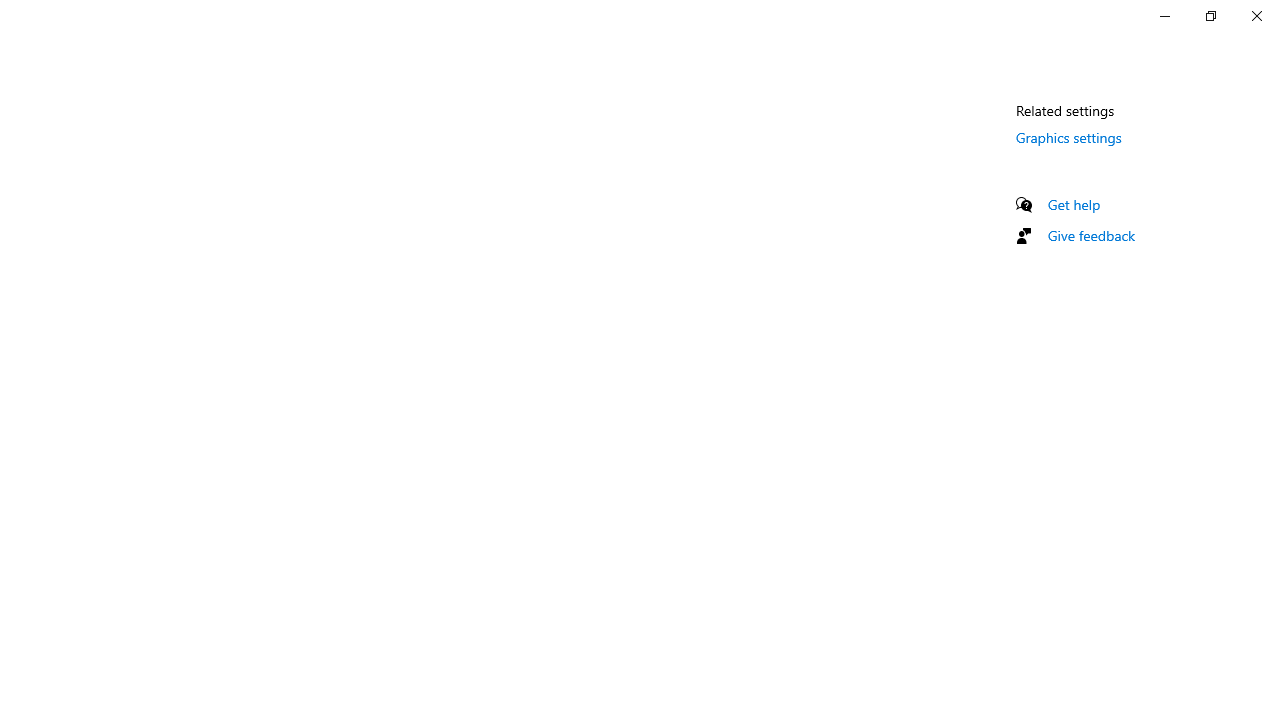 This screenshot has height=720, width=1280. I want to click on 'Close Settings', so click(1255, 15).